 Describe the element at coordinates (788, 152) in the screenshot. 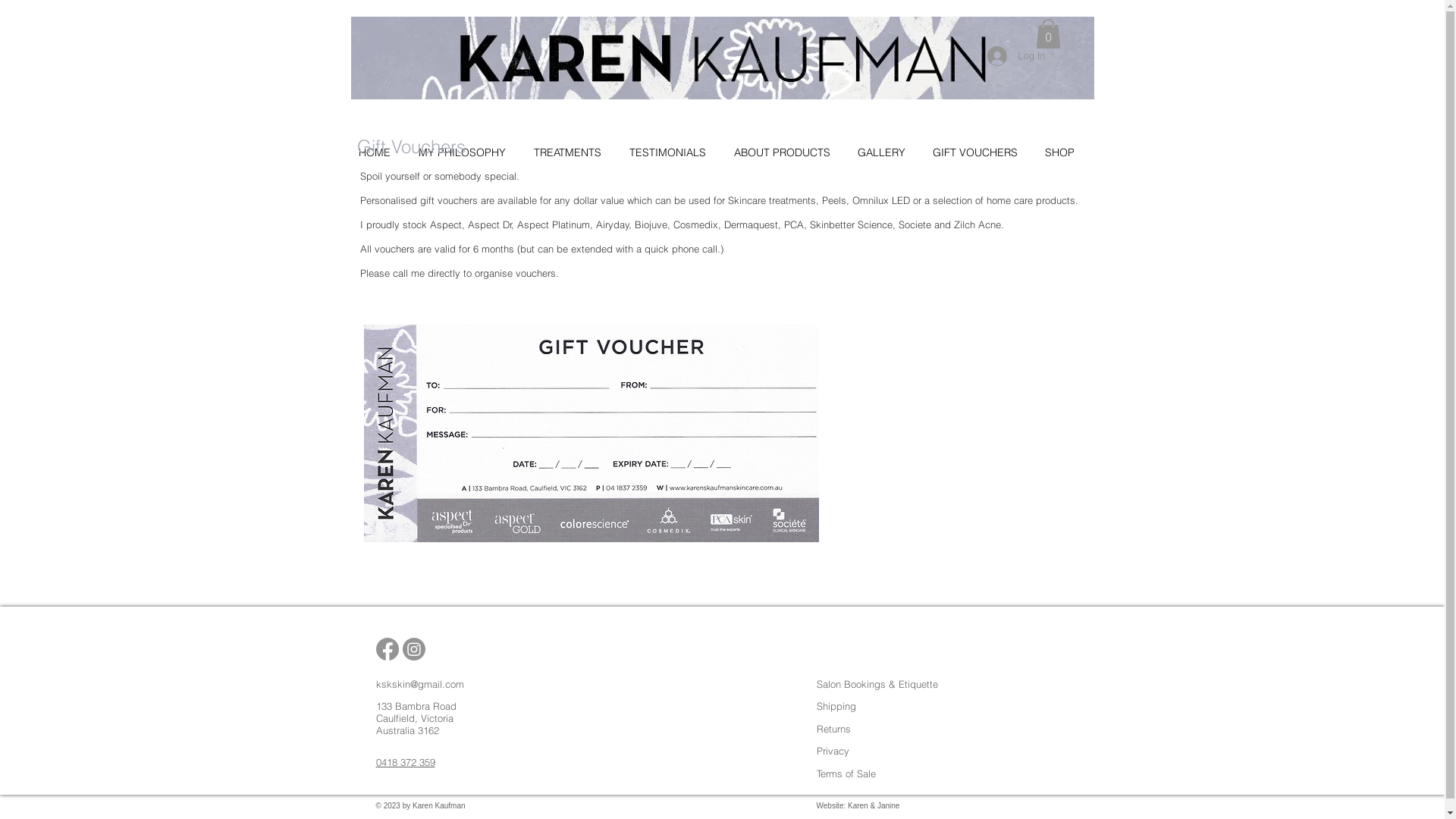

I see `'ABOUT PRODUCTS'` at that location.